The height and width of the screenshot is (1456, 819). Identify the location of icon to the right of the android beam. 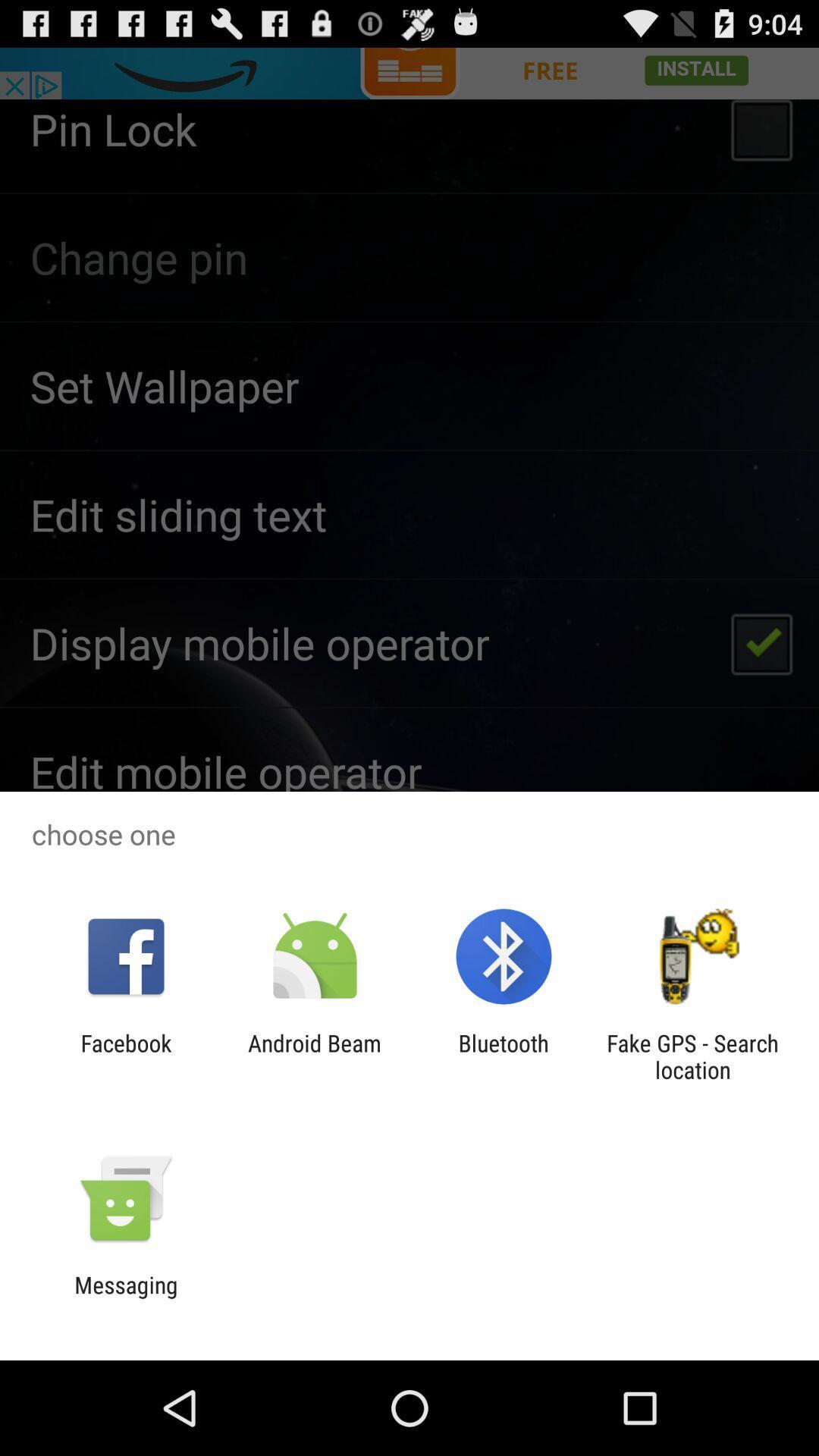
(504, 1056).